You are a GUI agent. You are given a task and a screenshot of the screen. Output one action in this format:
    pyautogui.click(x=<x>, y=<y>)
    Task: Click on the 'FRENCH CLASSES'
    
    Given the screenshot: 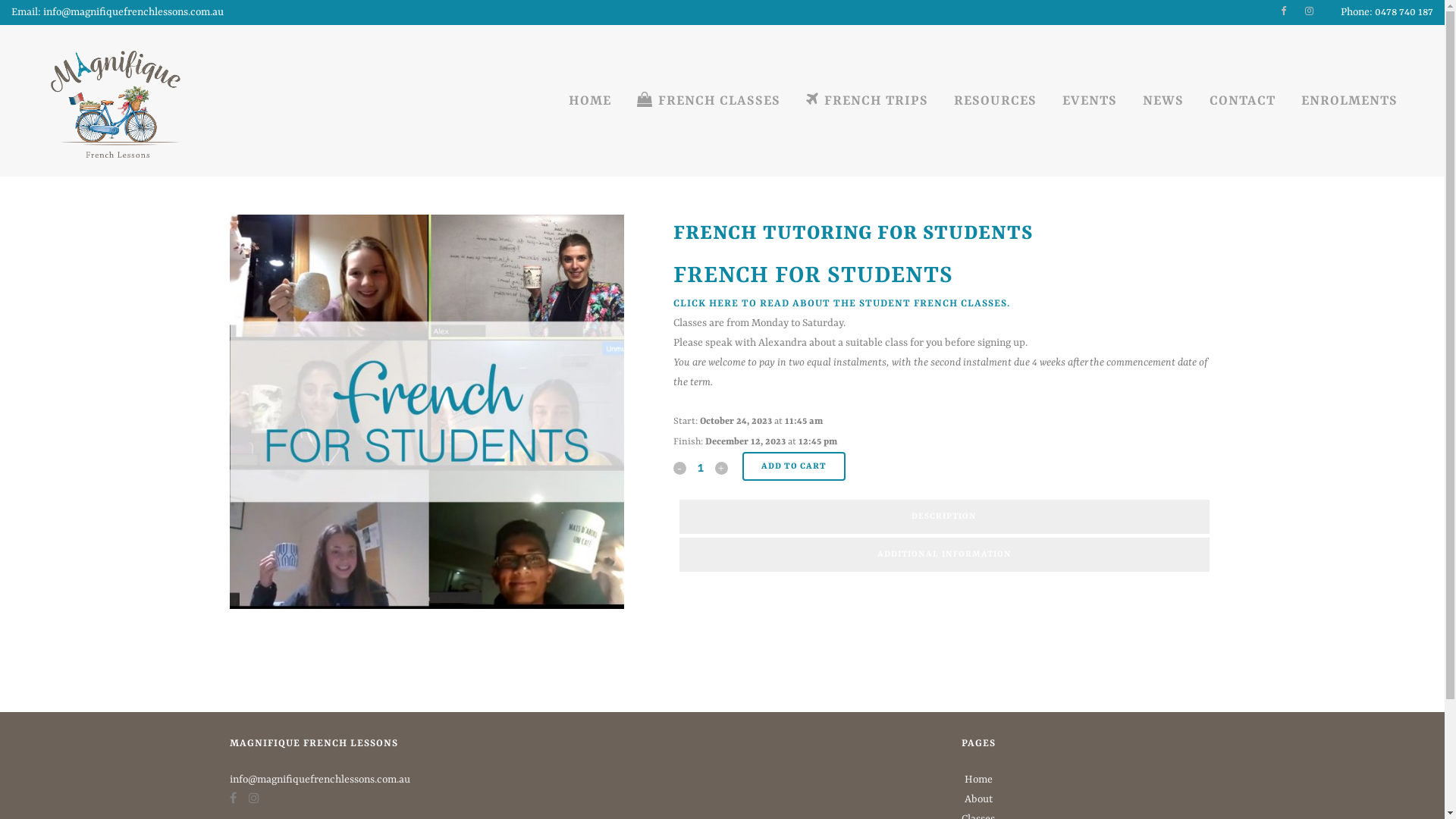 What is the action you would take?
    pyautogui.click(x=708, y=100)
    